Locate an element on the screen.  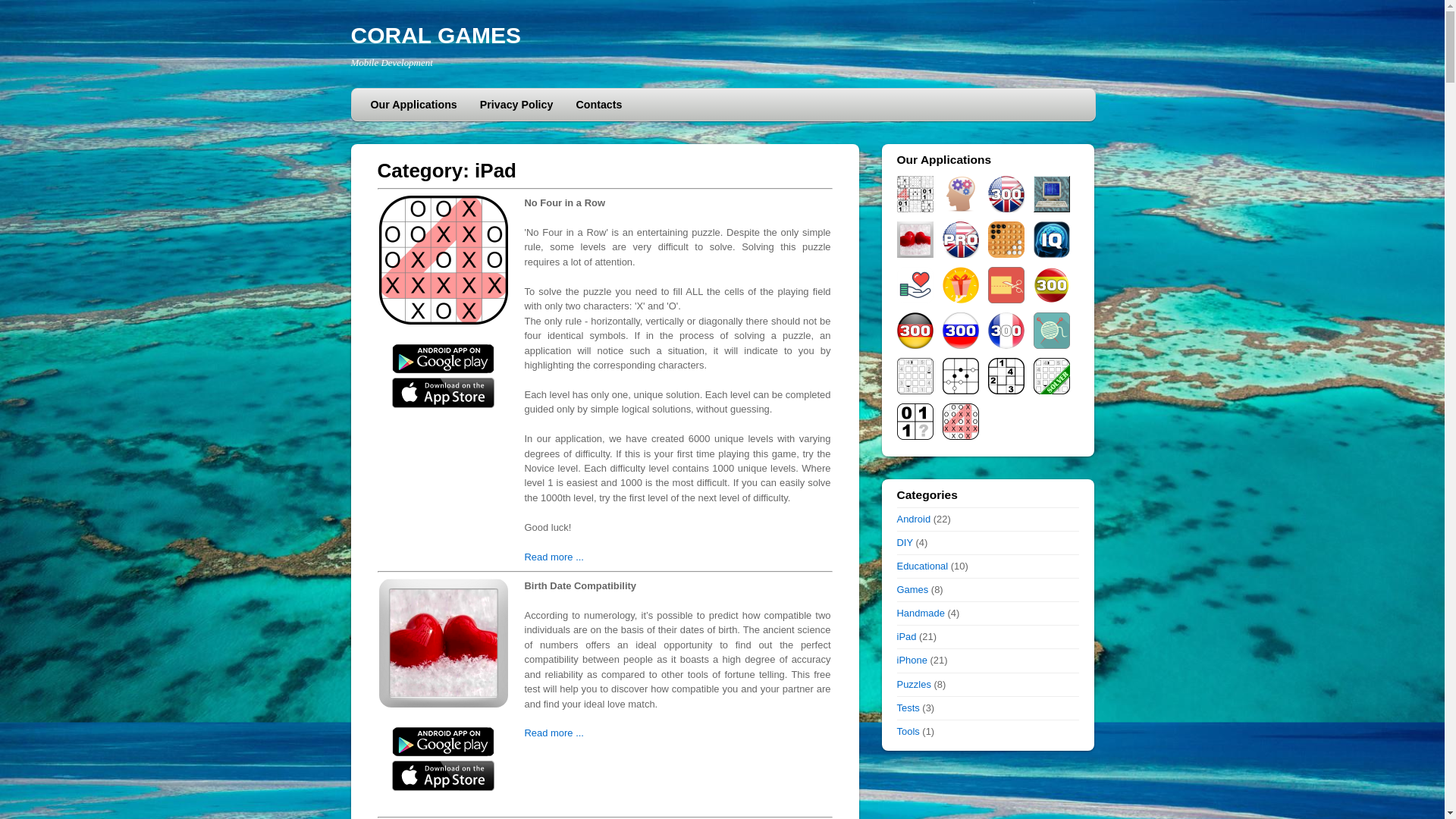
'Read more ...' is located at coordinates (553, 557).